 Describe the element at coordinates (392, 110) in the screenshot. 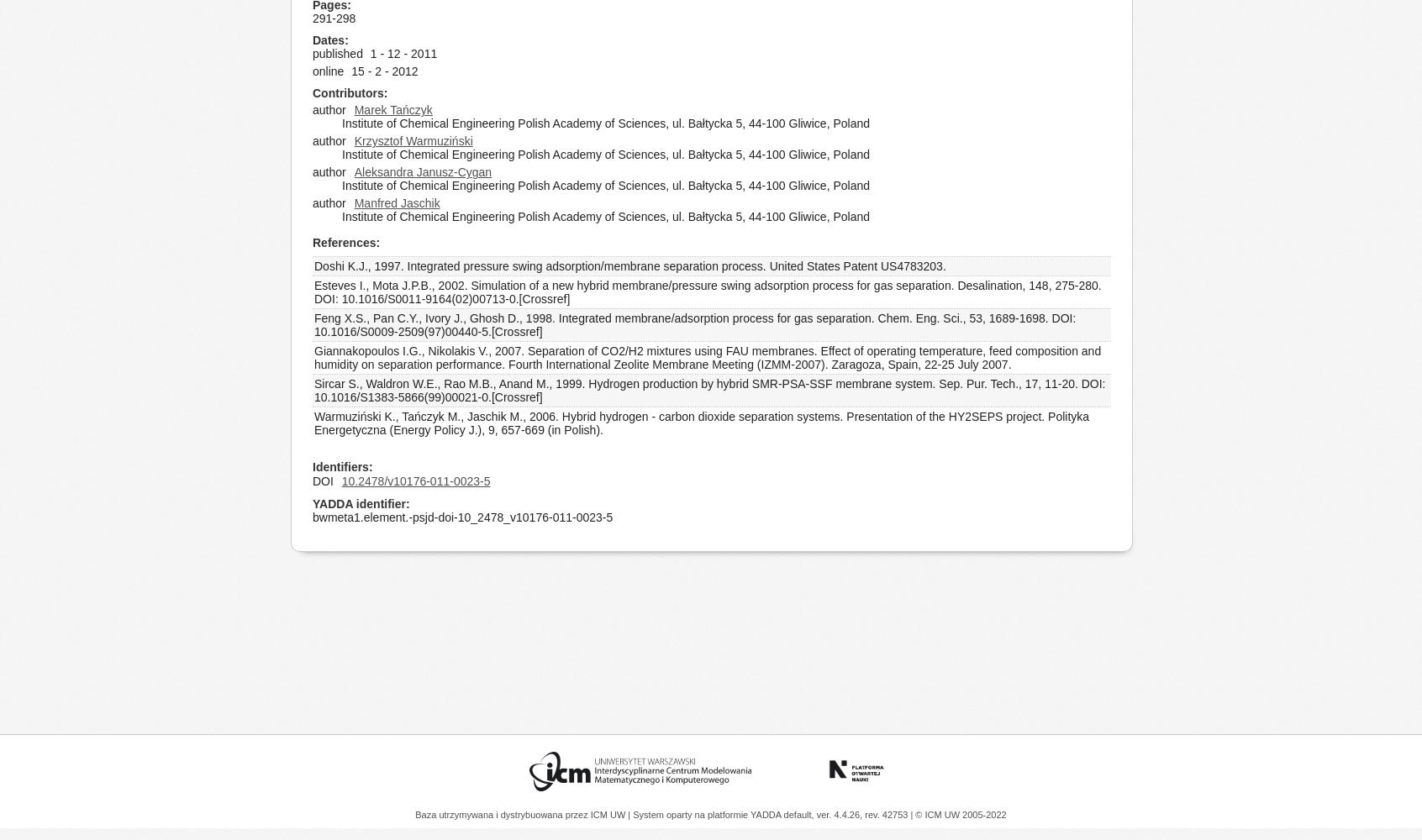

I see `'Marek Tańczyk'` at that location.